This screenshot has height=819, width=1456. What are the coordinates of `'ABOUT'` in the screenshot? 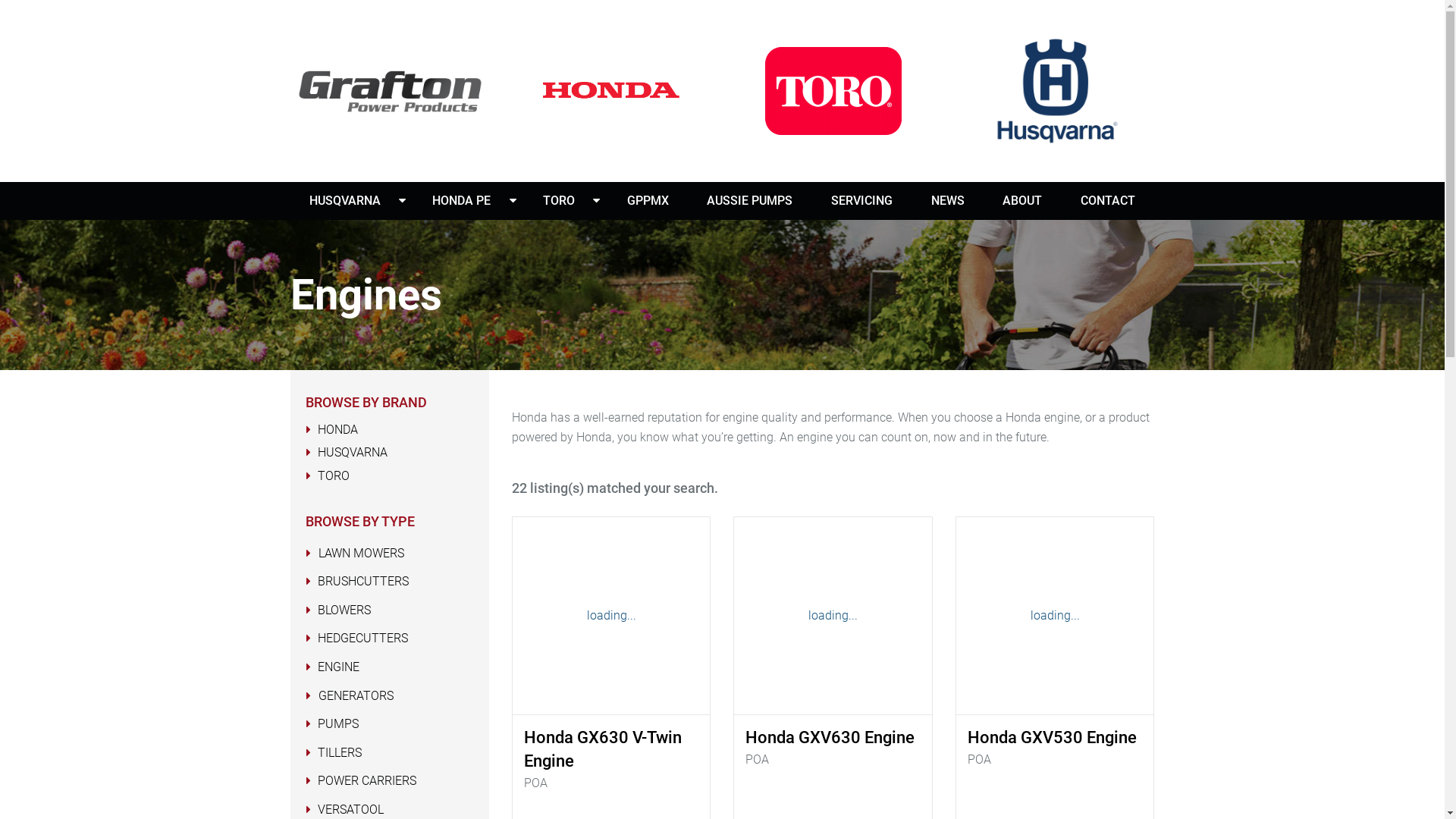 It's located at (1022, 200).